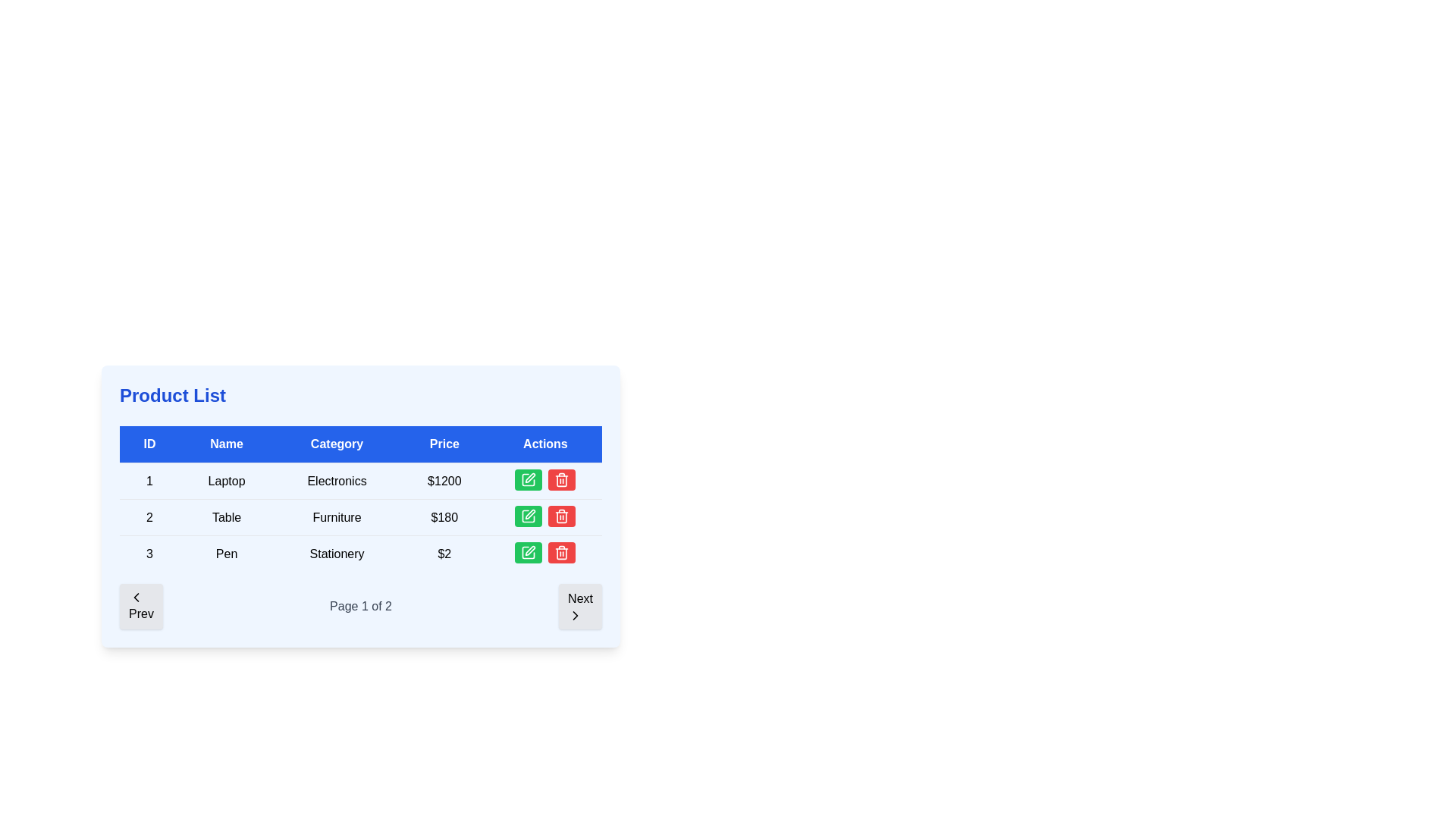  What do you see at coordinates (575, 616) in the screenshot?
I see `the chevron icon within the 'Next' button located at the bottom-right corner of the tabular layout` at bounding box center [575, 616].